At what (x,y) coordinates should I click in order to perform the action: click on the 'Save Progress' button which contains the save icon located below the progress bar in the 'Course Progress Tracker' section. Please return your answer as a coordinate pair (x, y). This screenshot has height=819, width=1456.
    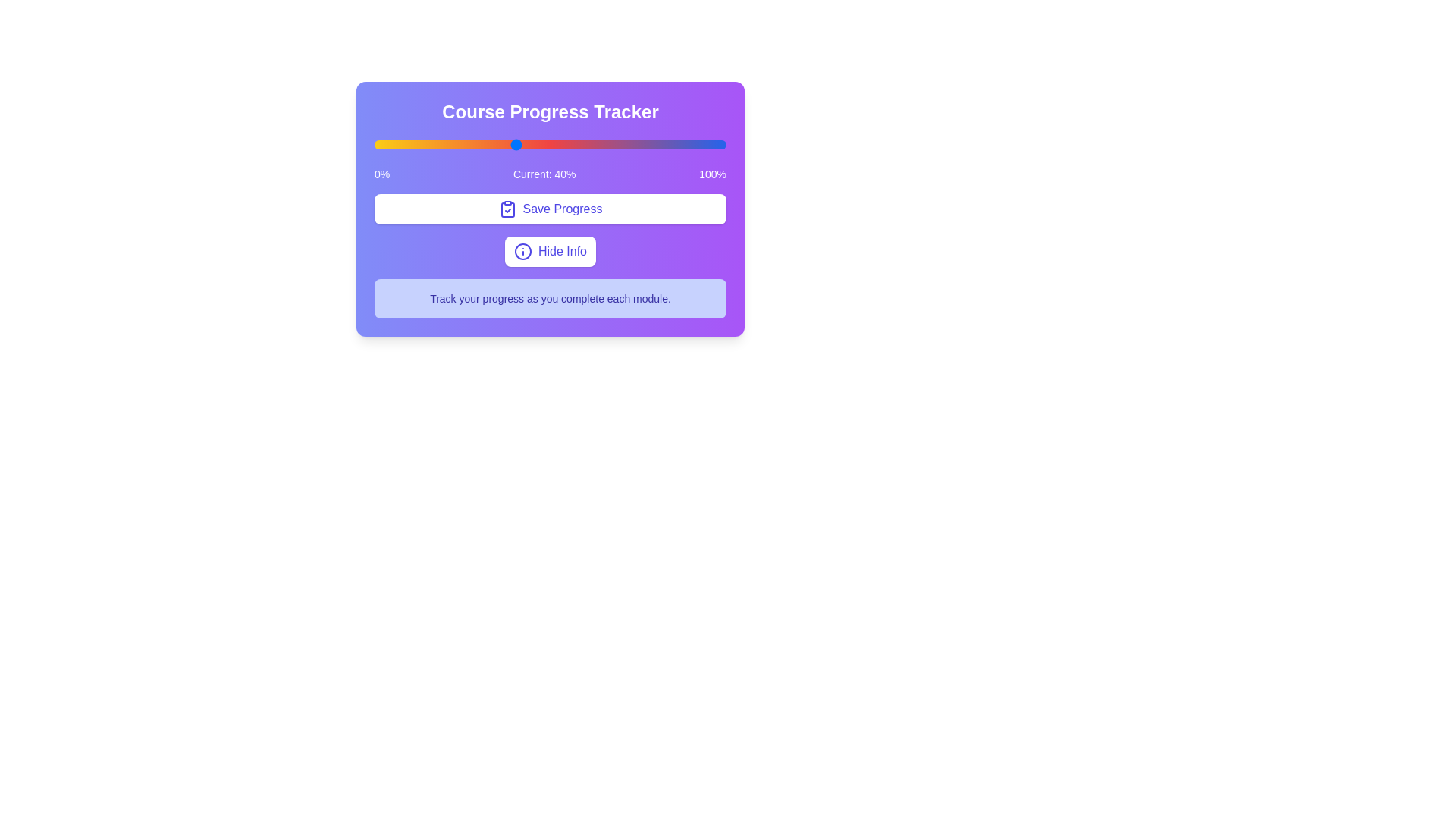
    Looking at the image, I should click on (507, 209).